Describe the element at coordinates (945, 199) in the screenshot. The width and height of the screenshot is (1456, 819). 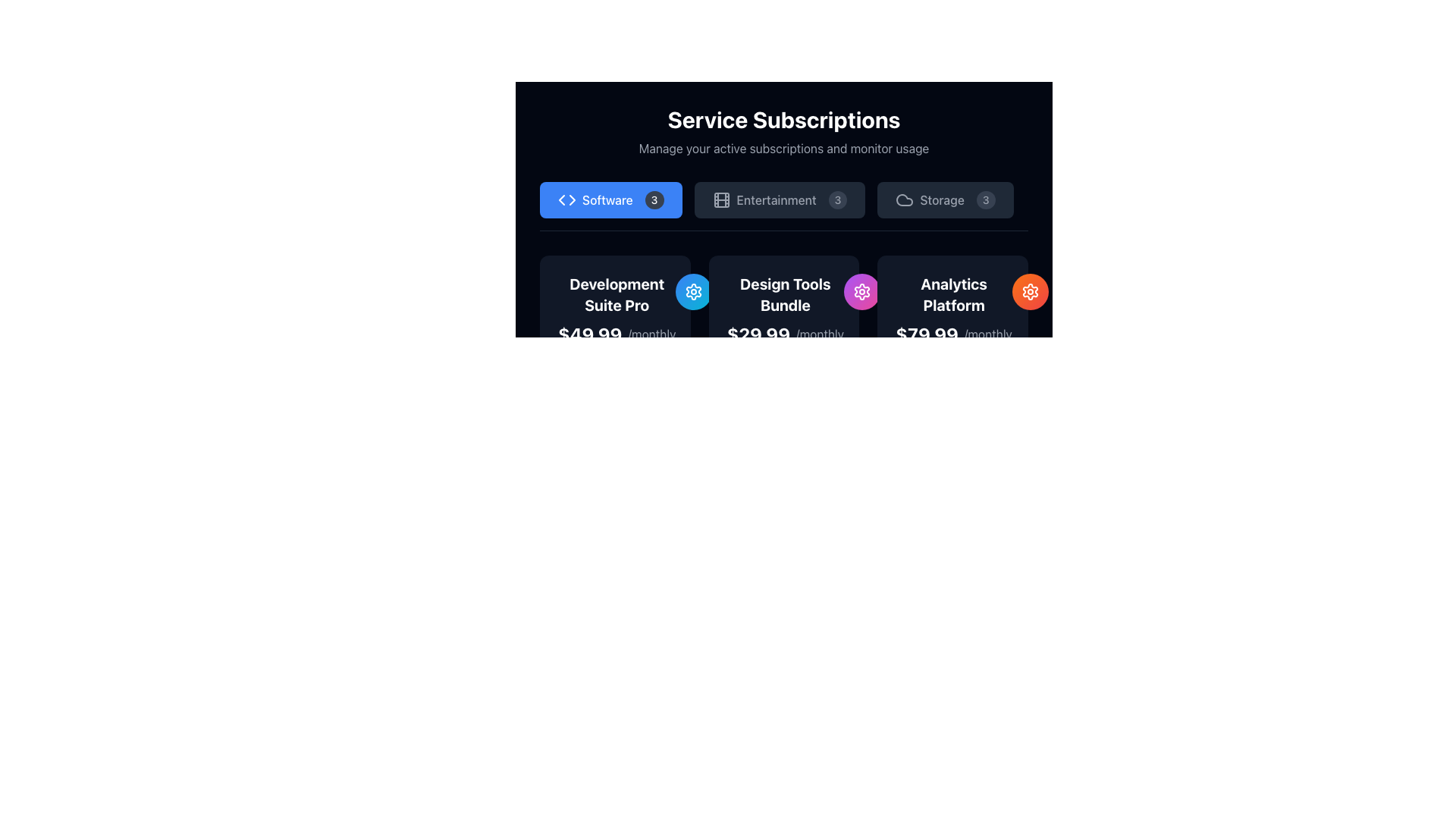
I see `the third button in the horizontal row, which is used for storage-related features` at that location.